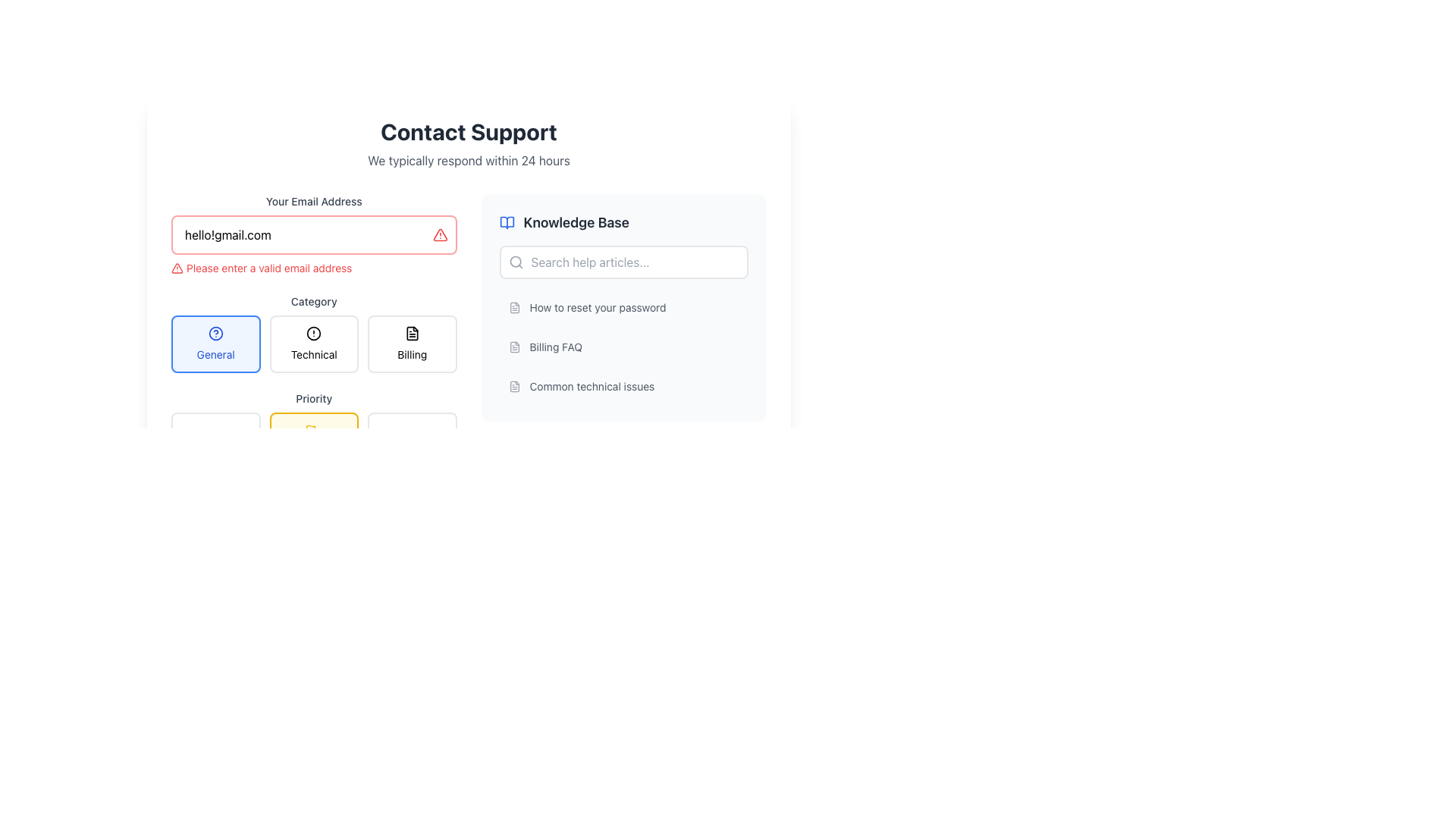  Describe the element at coordinates (313, 332) in the screenshot. I see `the alert icon representing a notification related to the 'Technical' category, located at the top-center of the 'Technical' box` at that location.